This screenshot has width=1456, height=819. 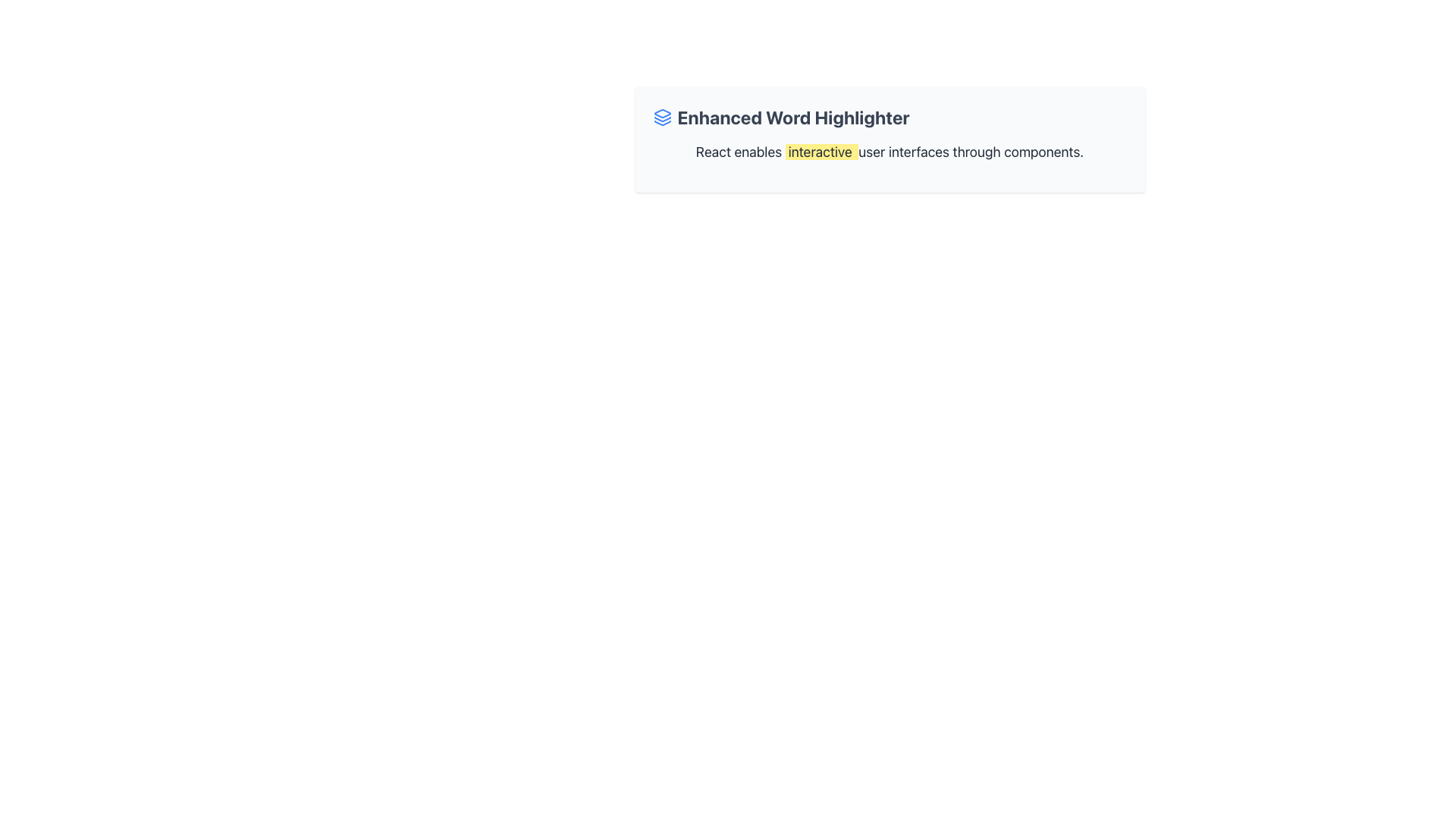 What do you see at coordinates (662, 113) in the screenshot?
I see `the blue triangular icon located to the left of the 'Enhanced Word Highlighter' text, which is the topmost segment of a three-layer stacked icon` at bounding box center [662, 113].